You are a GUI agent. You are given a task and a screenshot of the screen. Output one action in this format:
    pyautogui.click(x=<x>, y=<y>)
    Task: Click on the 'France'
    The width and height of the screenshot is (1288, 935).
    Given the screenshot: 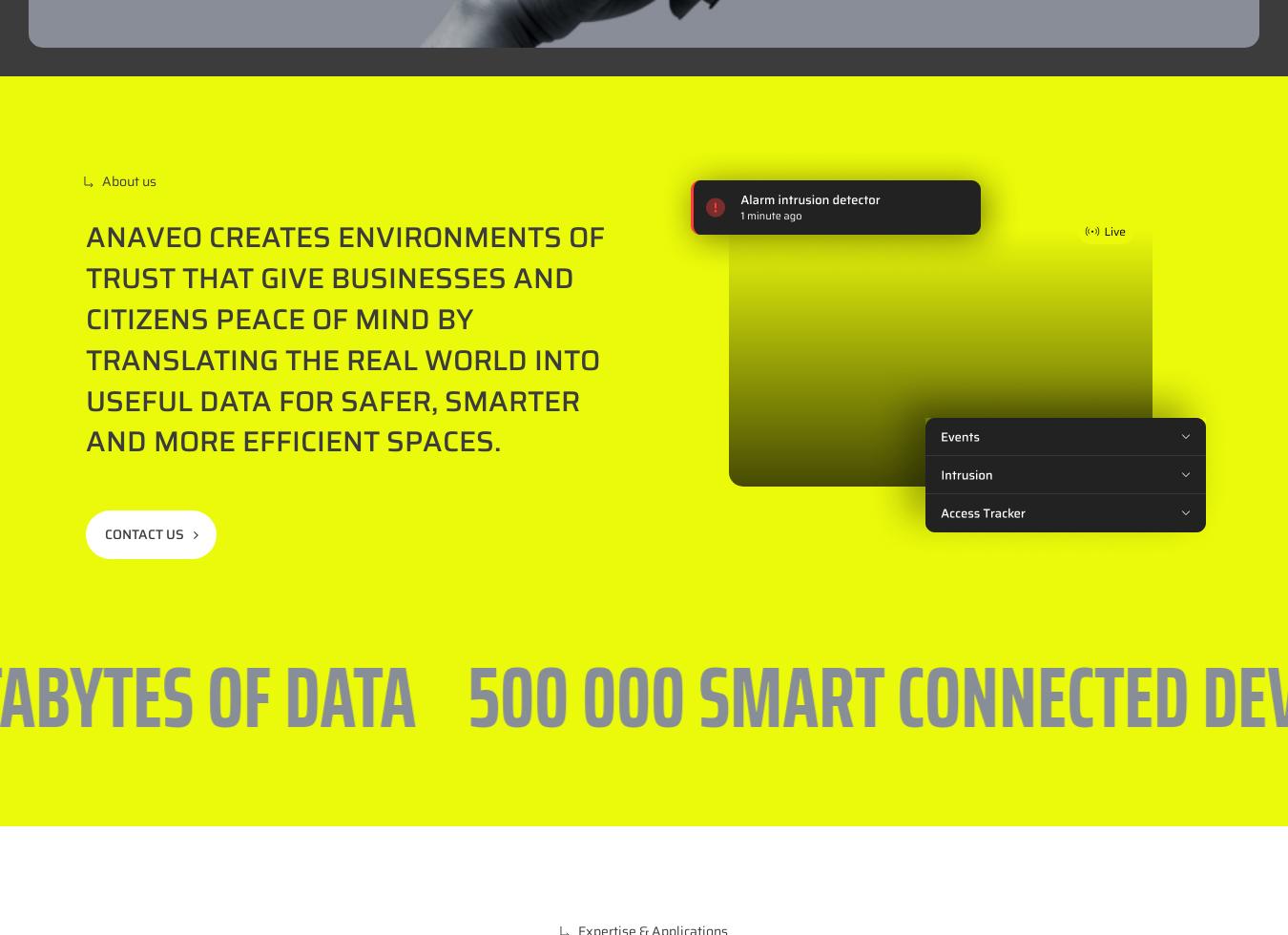 What is the action you would take?
    pyautogui.click(x=727, y=758)
    